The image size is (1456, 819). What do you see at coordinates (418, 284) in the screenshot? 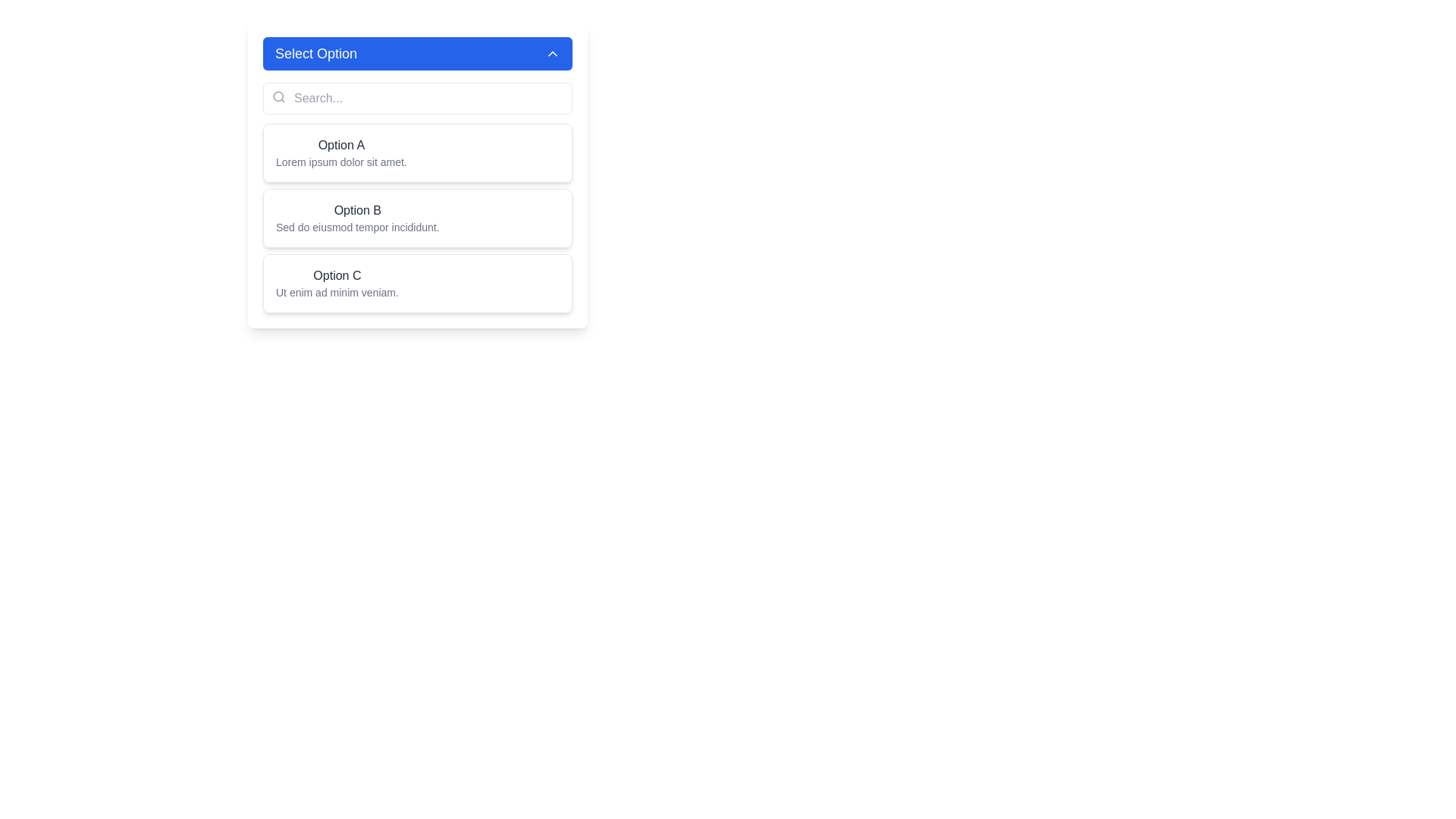
I see `the selectable list item titled 'Option C'` at bounding box center [418, 284].